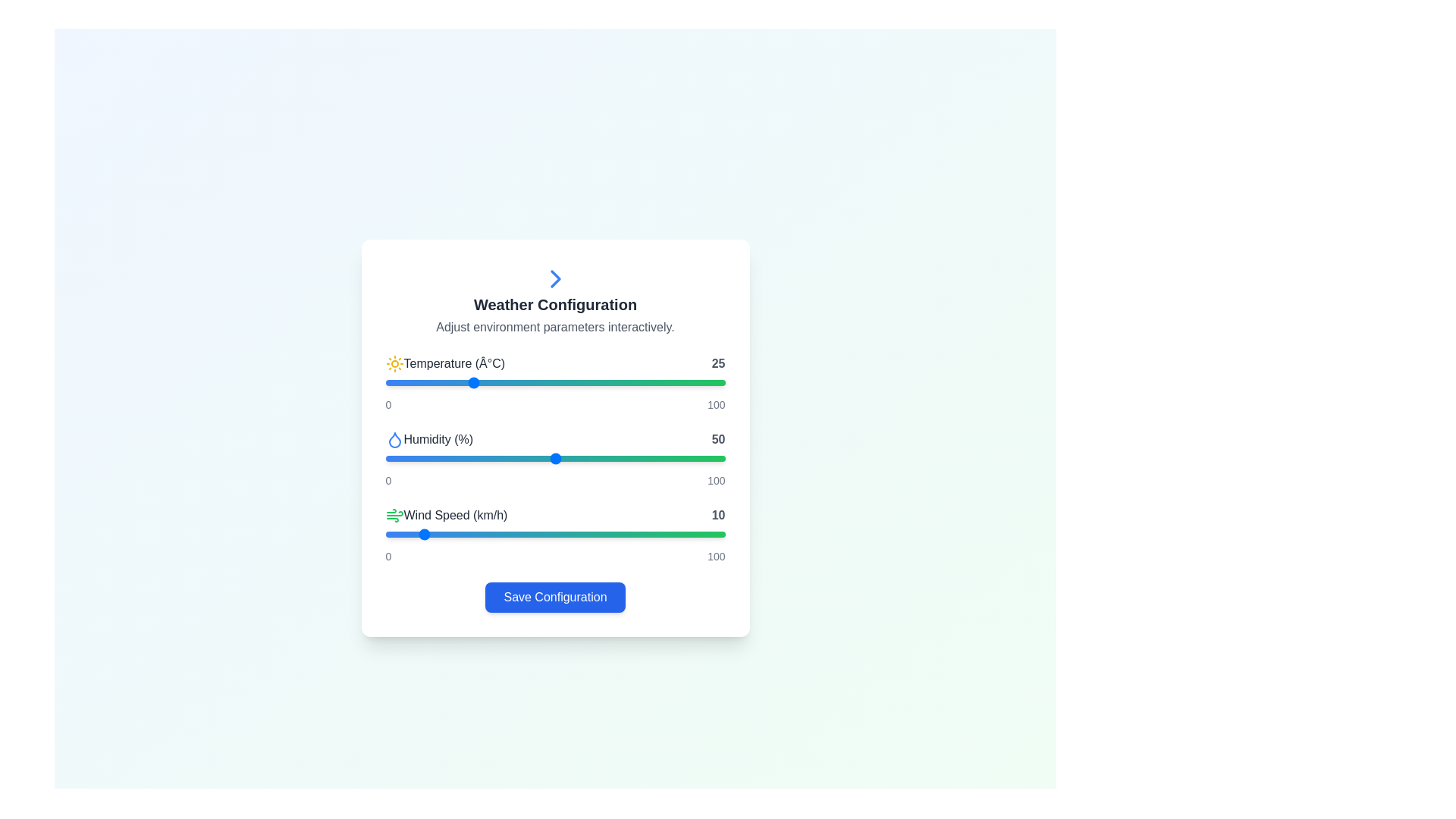  What do you see at coordinates (571, 458) in the screenshot?
I see `the slider value` at bounding box center [571, 458].